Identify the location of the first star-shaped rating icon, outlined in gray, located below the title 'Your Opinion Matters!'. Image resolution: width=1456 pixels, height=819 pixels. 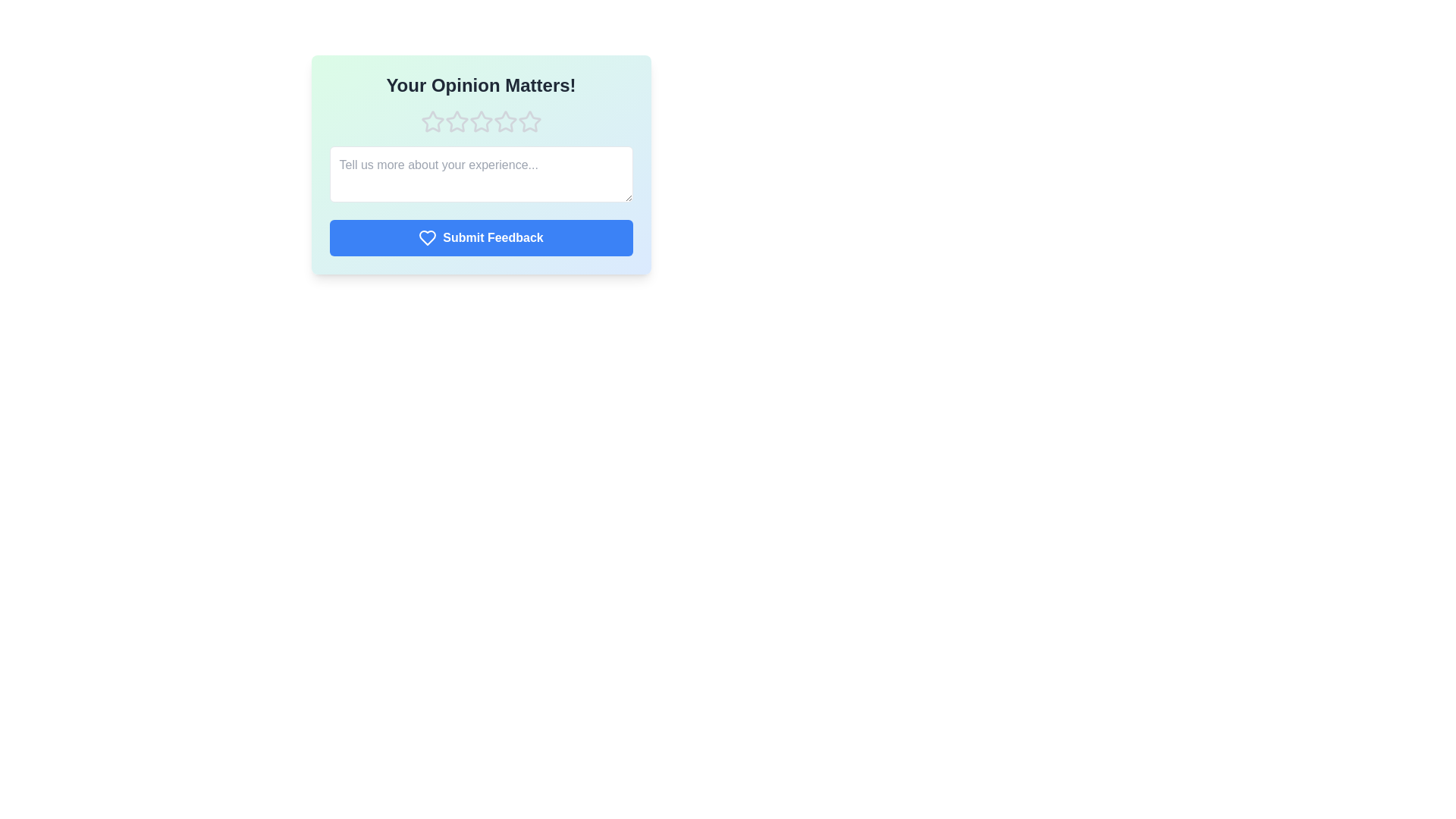
(456, 121).